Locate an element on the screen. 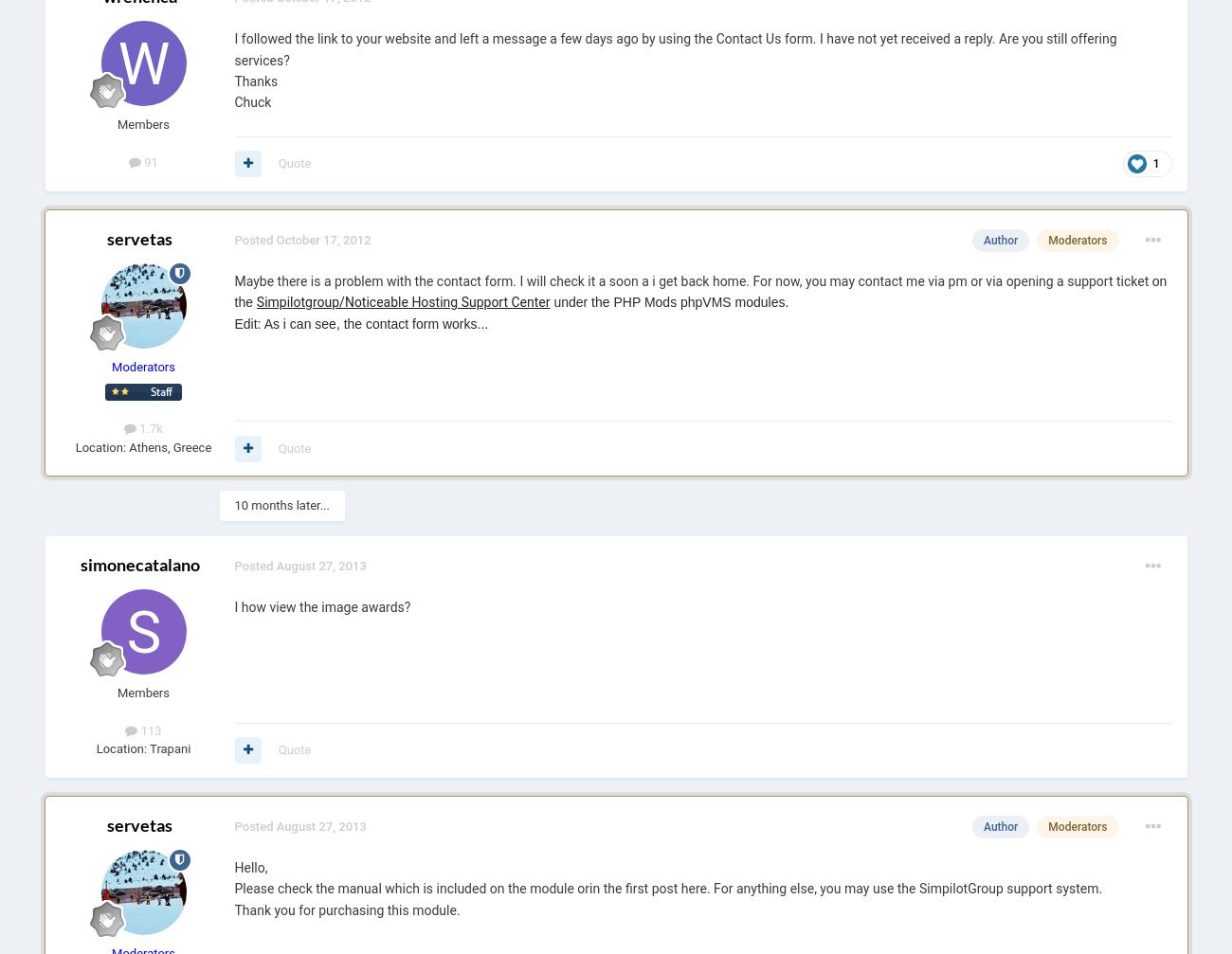 This screenshot has width=1232, height=954. '1.7k' is located at coordinates (148, 428).